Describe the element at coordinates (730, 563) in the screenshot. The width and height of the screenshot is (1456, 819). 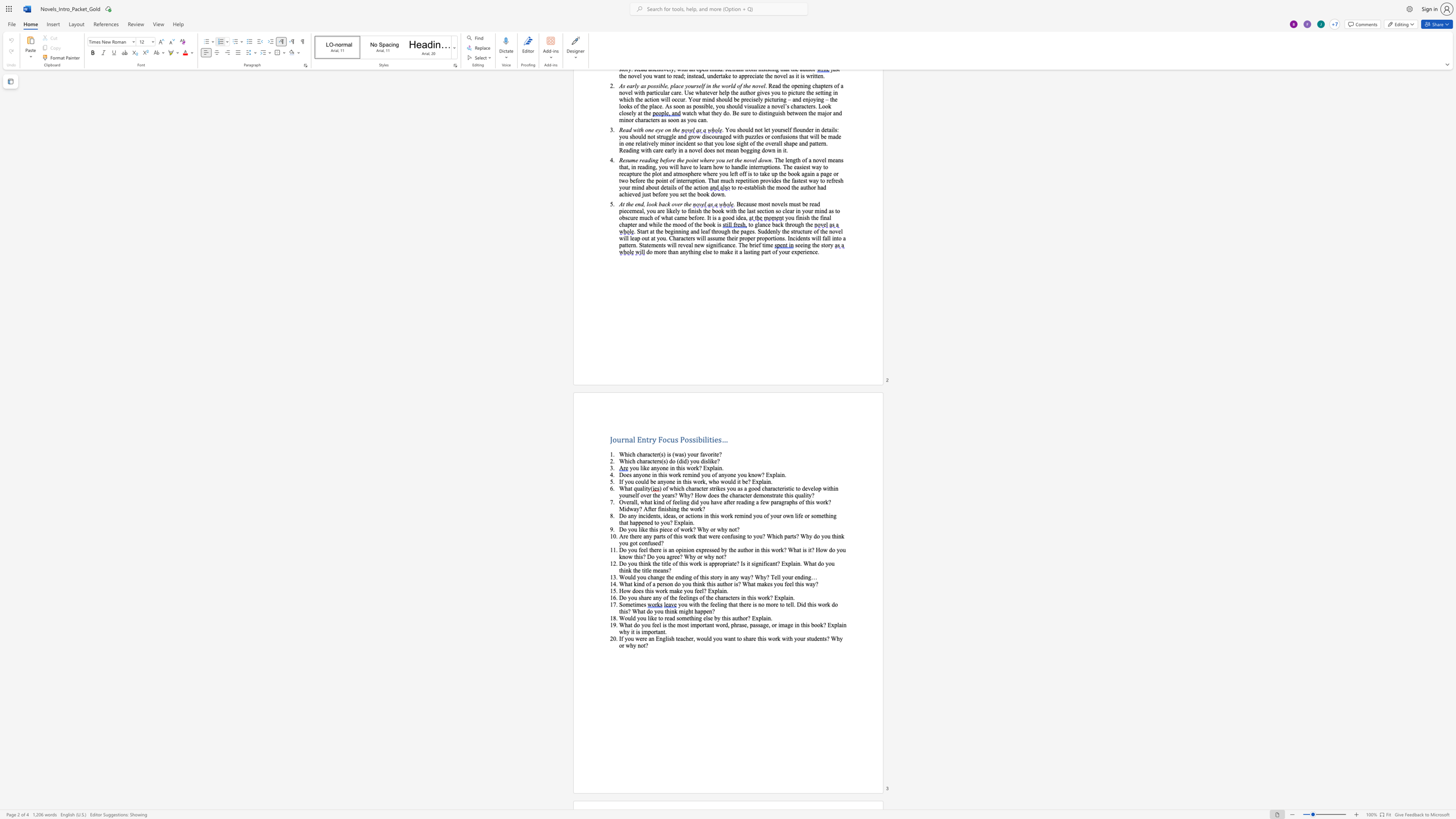
I see `the space between the continuous character "i" and "a" in the text` at that location.